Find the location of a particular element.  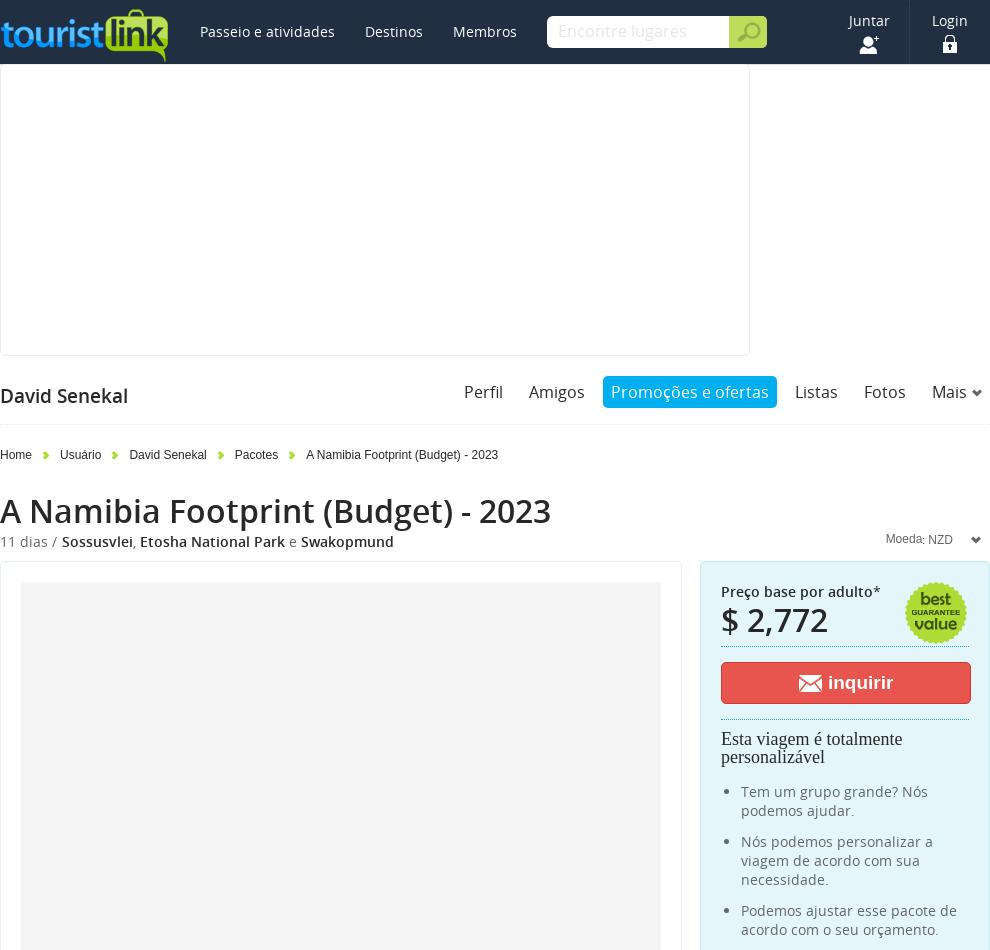

'Nós podemos personalizar a viagem de acordo com sua necessidade.' is located at coordinates (836, 859).